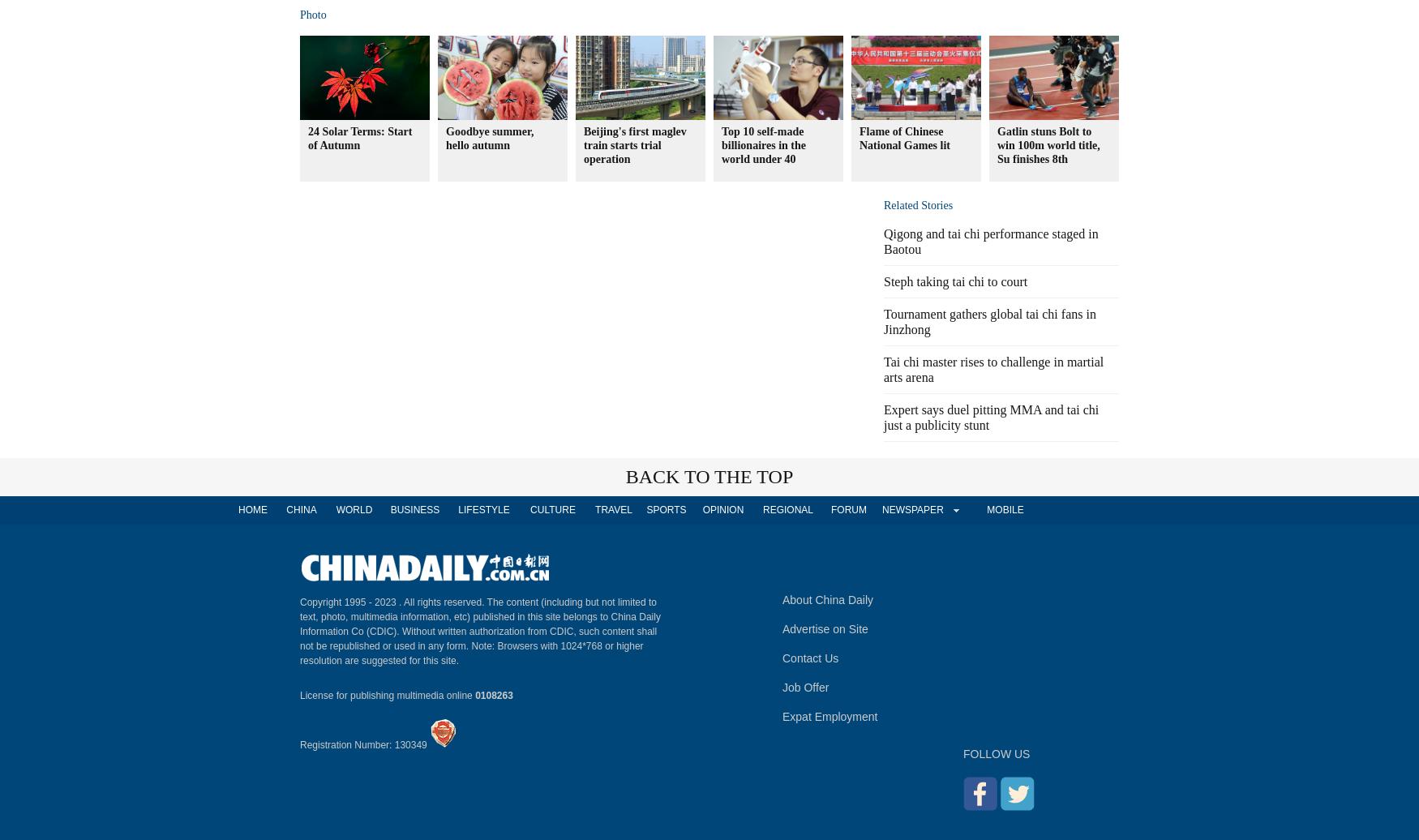 This screenshot has height=840, width=1419. I want to click on 'Expert says duel pitting MMA and tai chi just a publicity stunt', so click(991, 417).